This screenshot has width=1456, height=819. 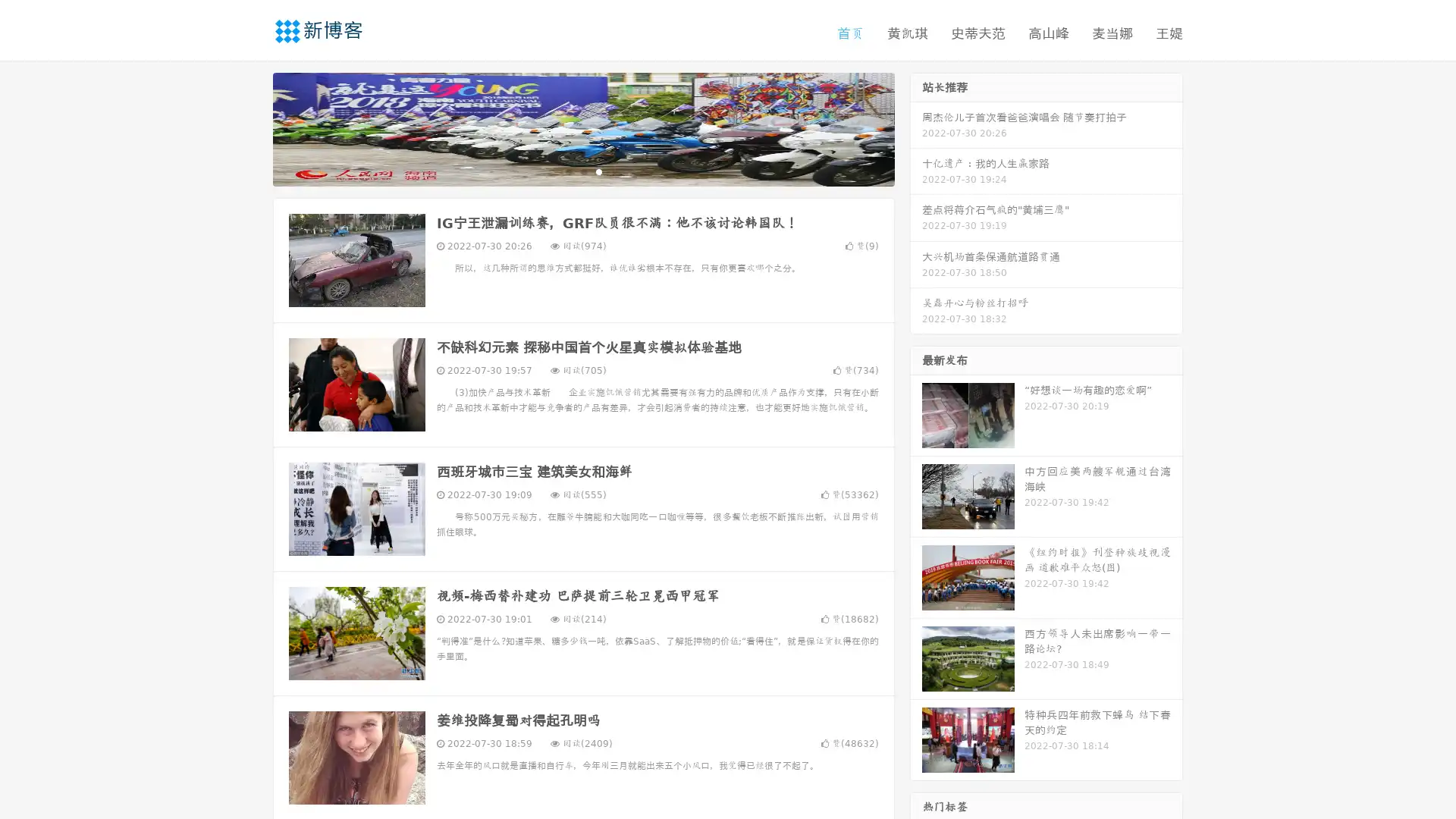 What do you see at coordinates (582, 171) in the screenshot?
I see `Go to slide 2` at bounding box center [582, 171].